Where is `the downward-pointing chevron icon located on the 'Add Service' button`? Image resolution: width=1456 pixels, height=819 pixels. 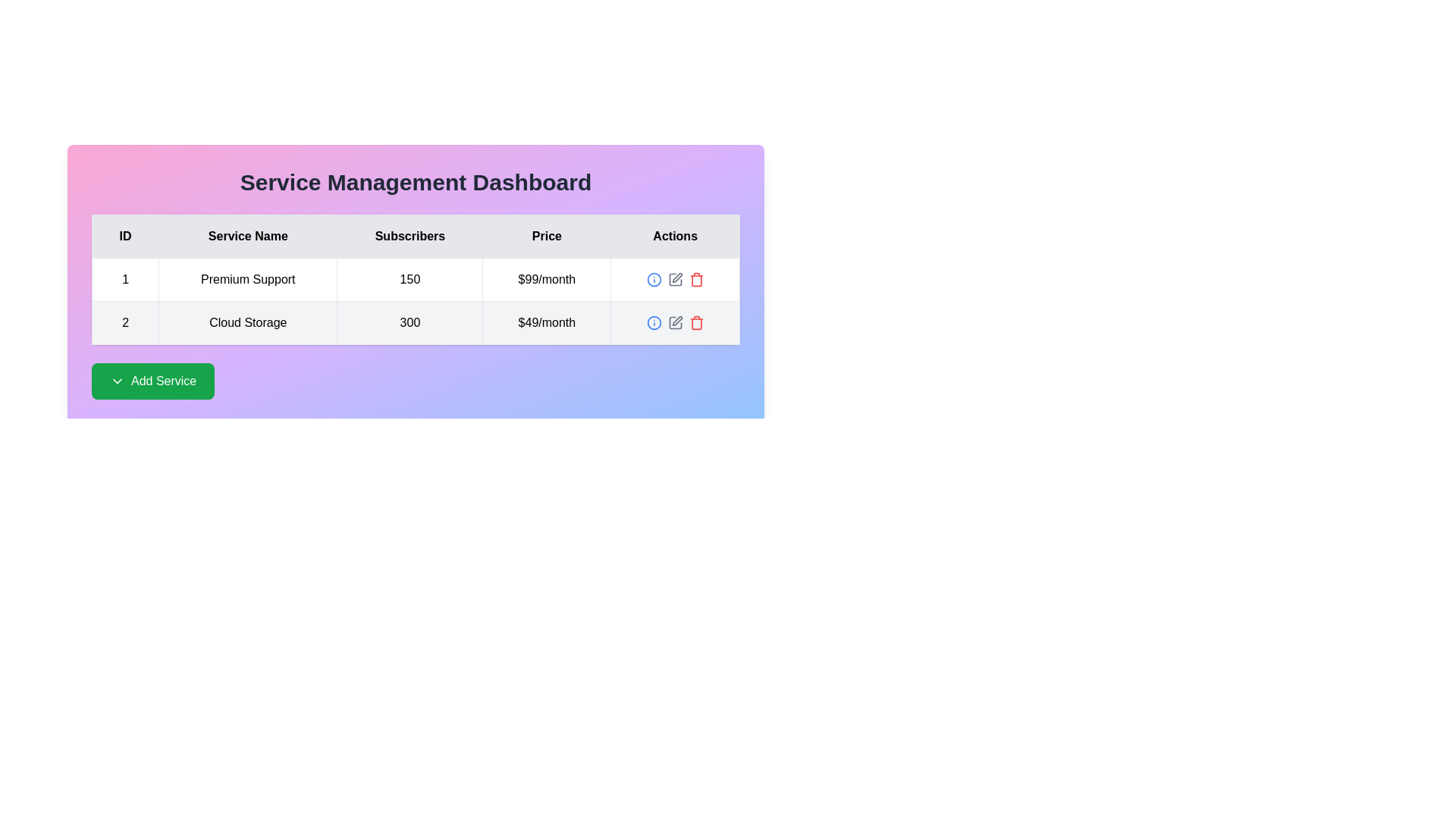
the downward-pointing chevron icon located on the 'Add Service' button is located at coordinates (116, 380).